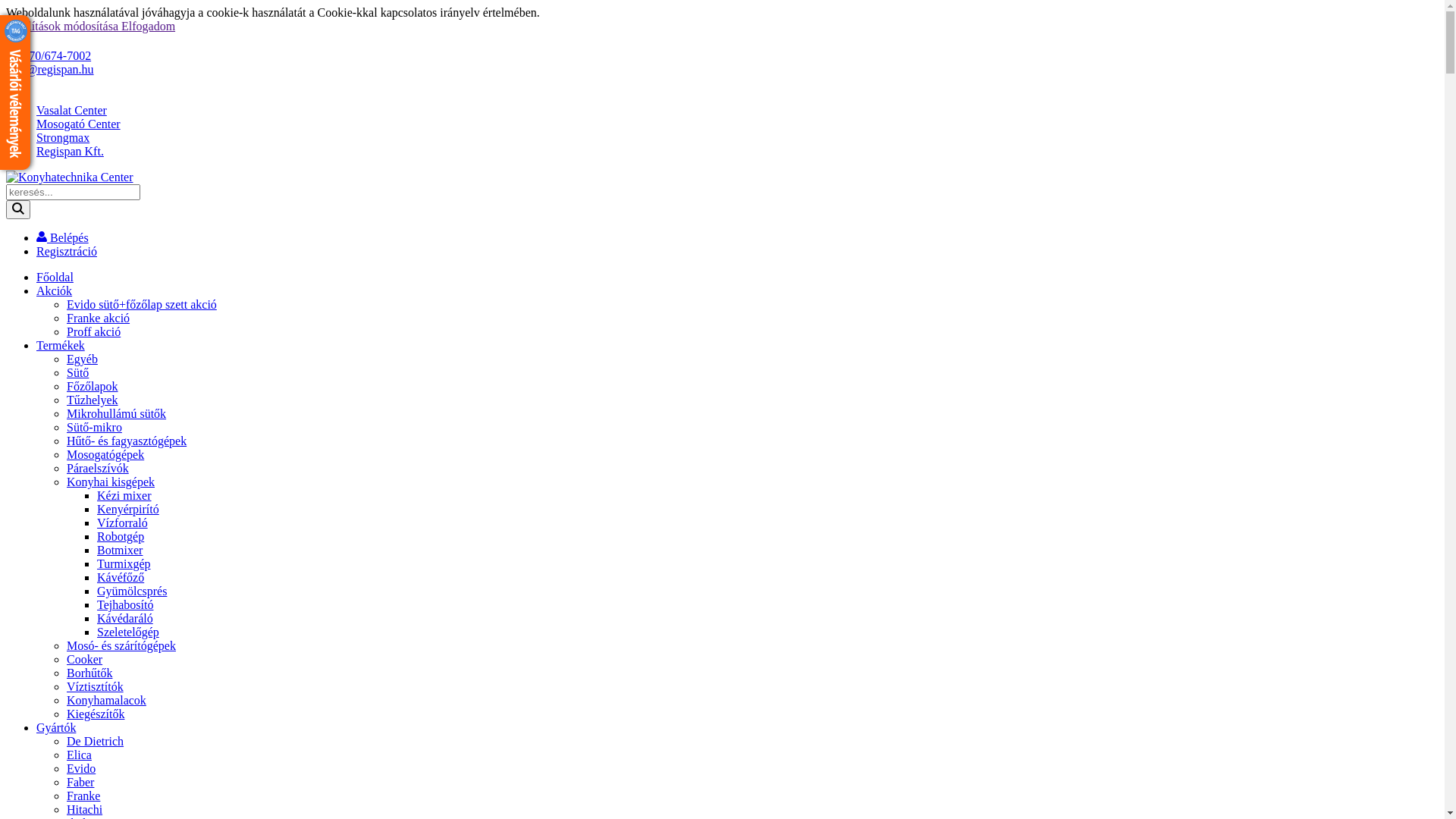  Describe the element at coordinates (79, 782) in the screenshot. I see `'Faber'` at that location.